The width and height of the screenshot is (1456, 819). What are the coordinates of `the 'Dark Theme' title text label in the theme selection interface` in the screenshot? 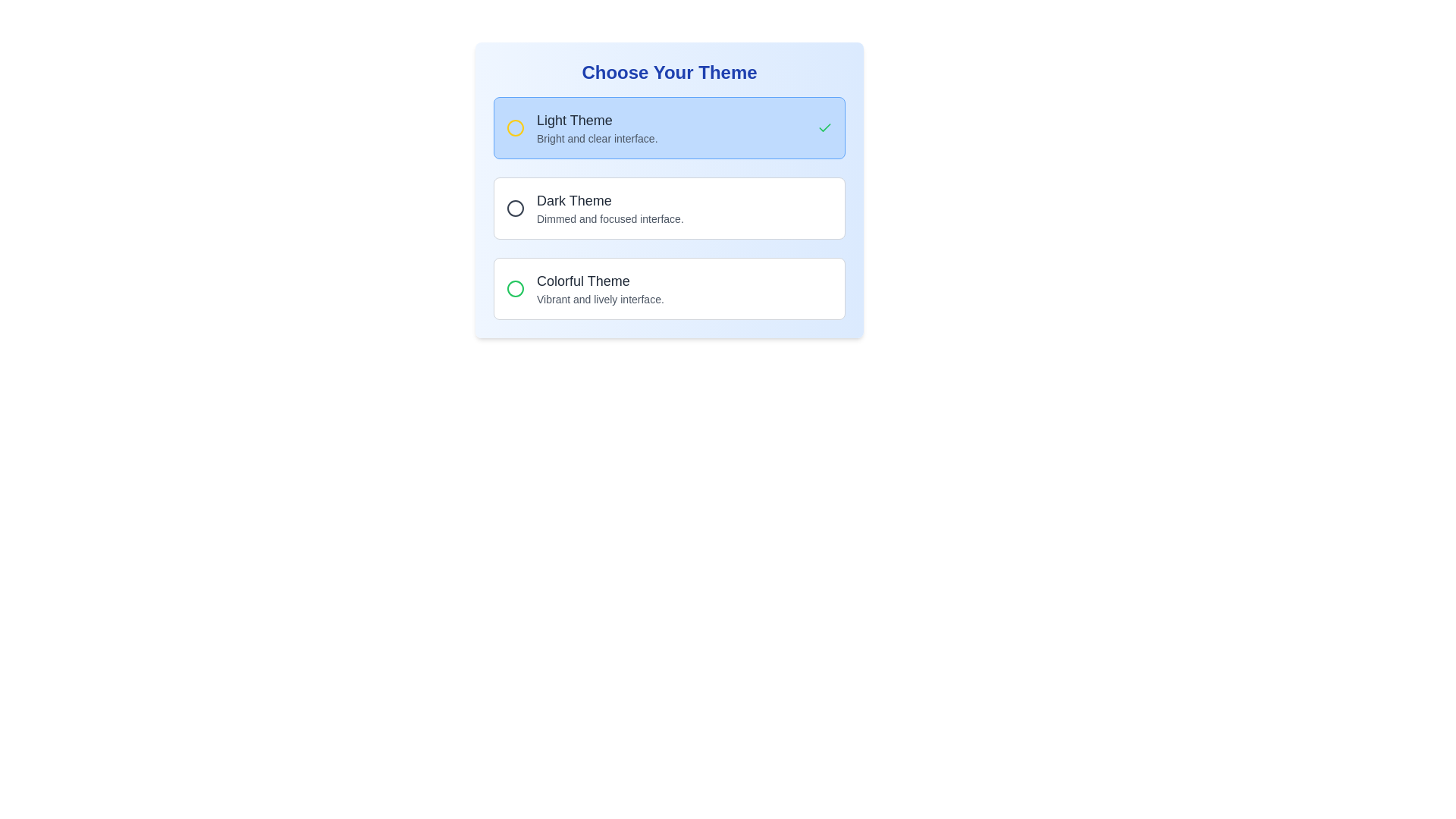 It's located at (610, 200).